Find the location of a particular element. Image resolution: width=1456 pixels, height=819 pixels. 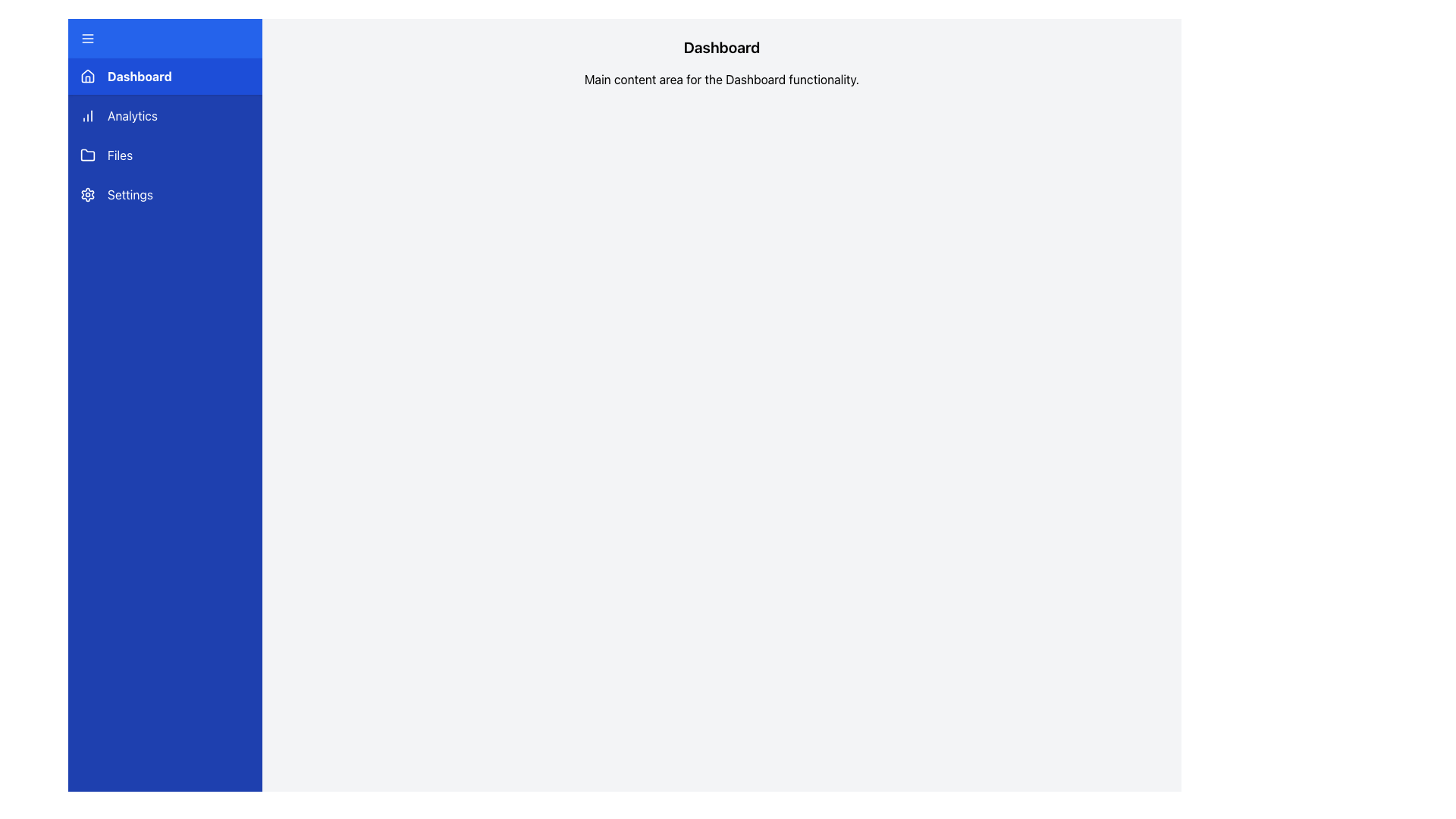

the second item in the vertical navigation sidebar, which serves as a link to the 'Analytics' section is located at coordinates (165, 115).